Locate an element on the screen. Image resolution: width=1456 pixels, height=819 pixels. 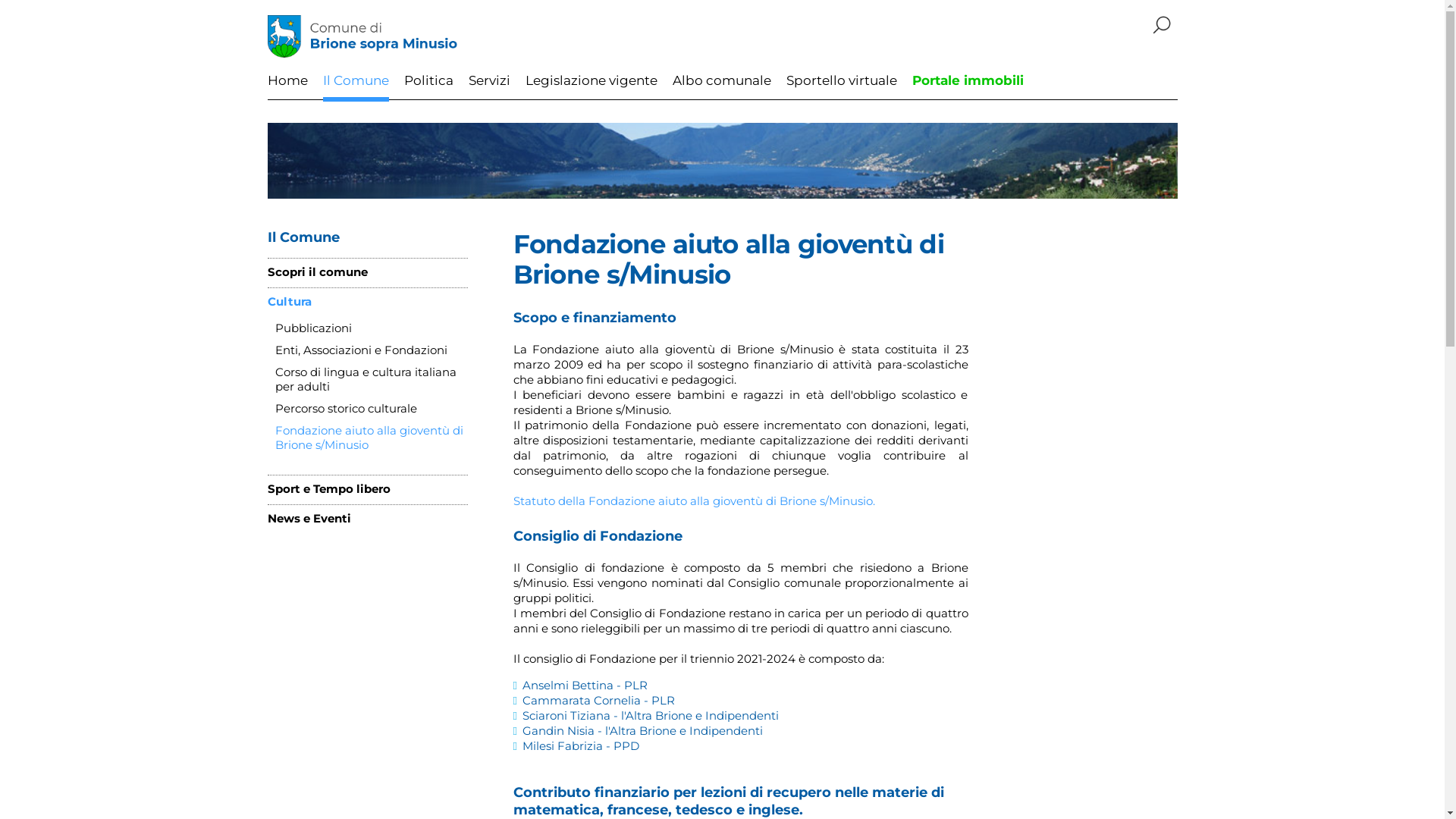
'Albo comunale' is located at coordinates (720, 87).